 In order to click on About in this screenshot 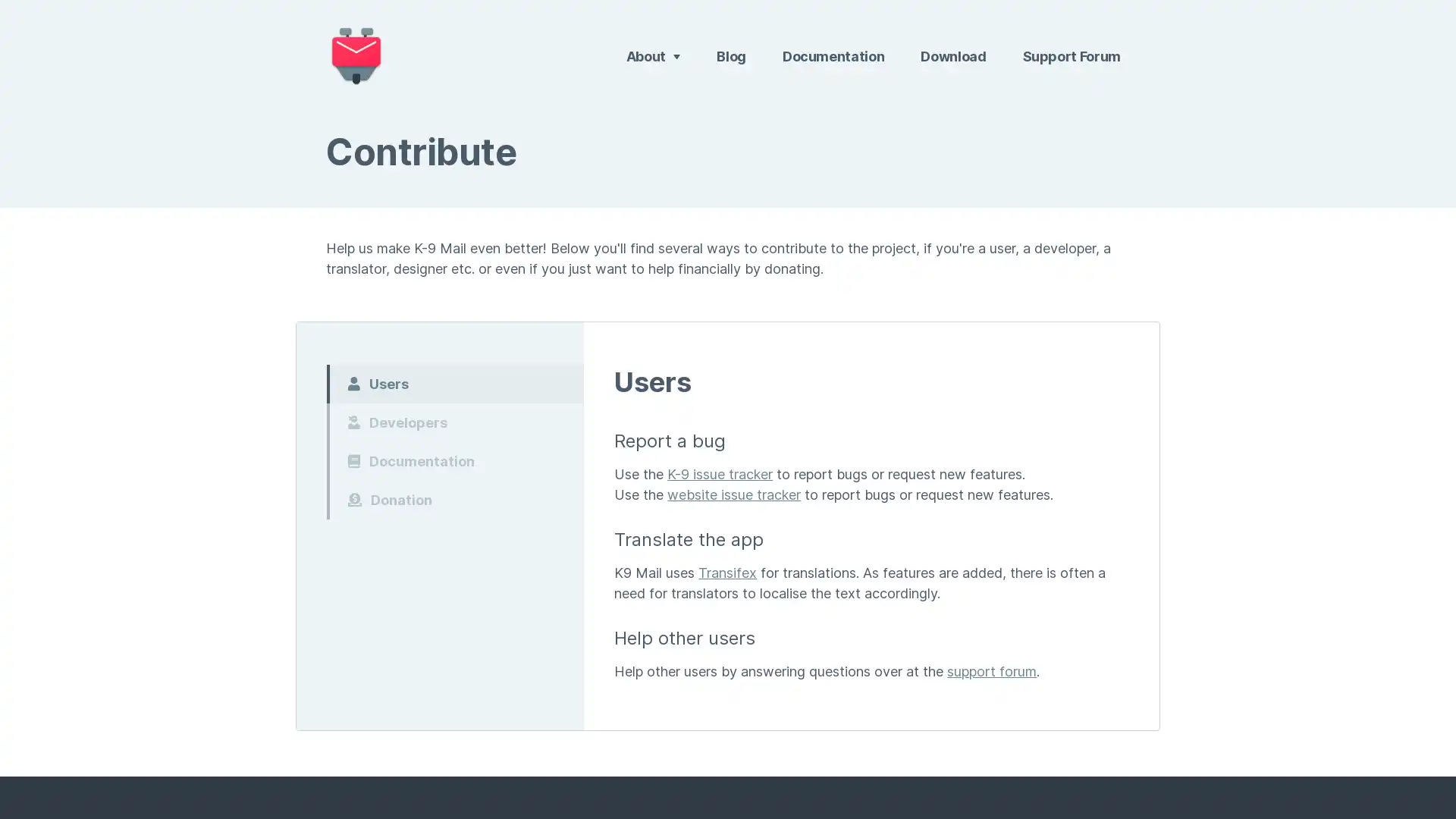, I will do `click(652, 55)`.